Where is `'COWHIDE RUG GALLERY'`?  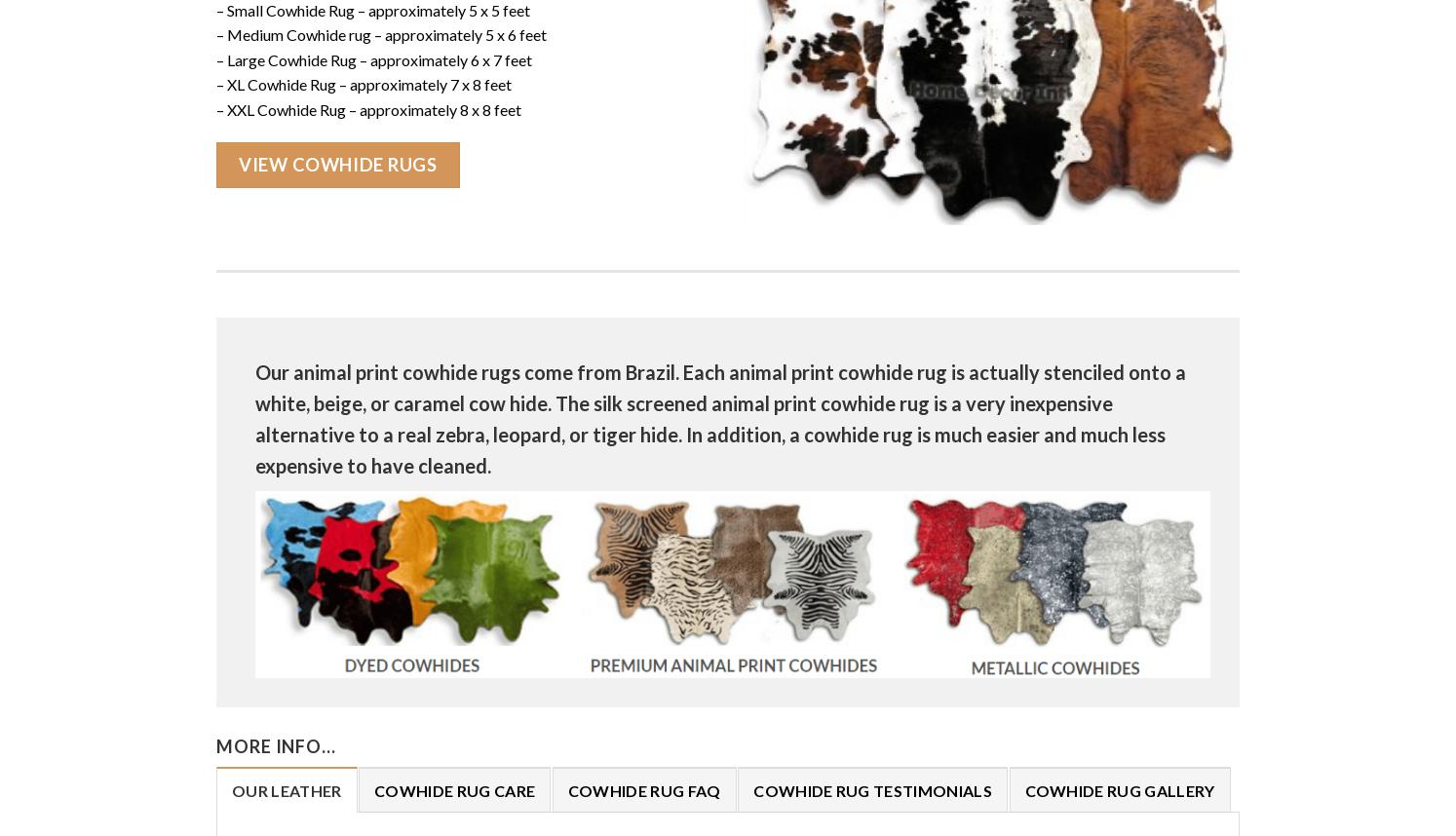
'COWHIDE RUG GALLERY' is located at coordinates (1119, 789).